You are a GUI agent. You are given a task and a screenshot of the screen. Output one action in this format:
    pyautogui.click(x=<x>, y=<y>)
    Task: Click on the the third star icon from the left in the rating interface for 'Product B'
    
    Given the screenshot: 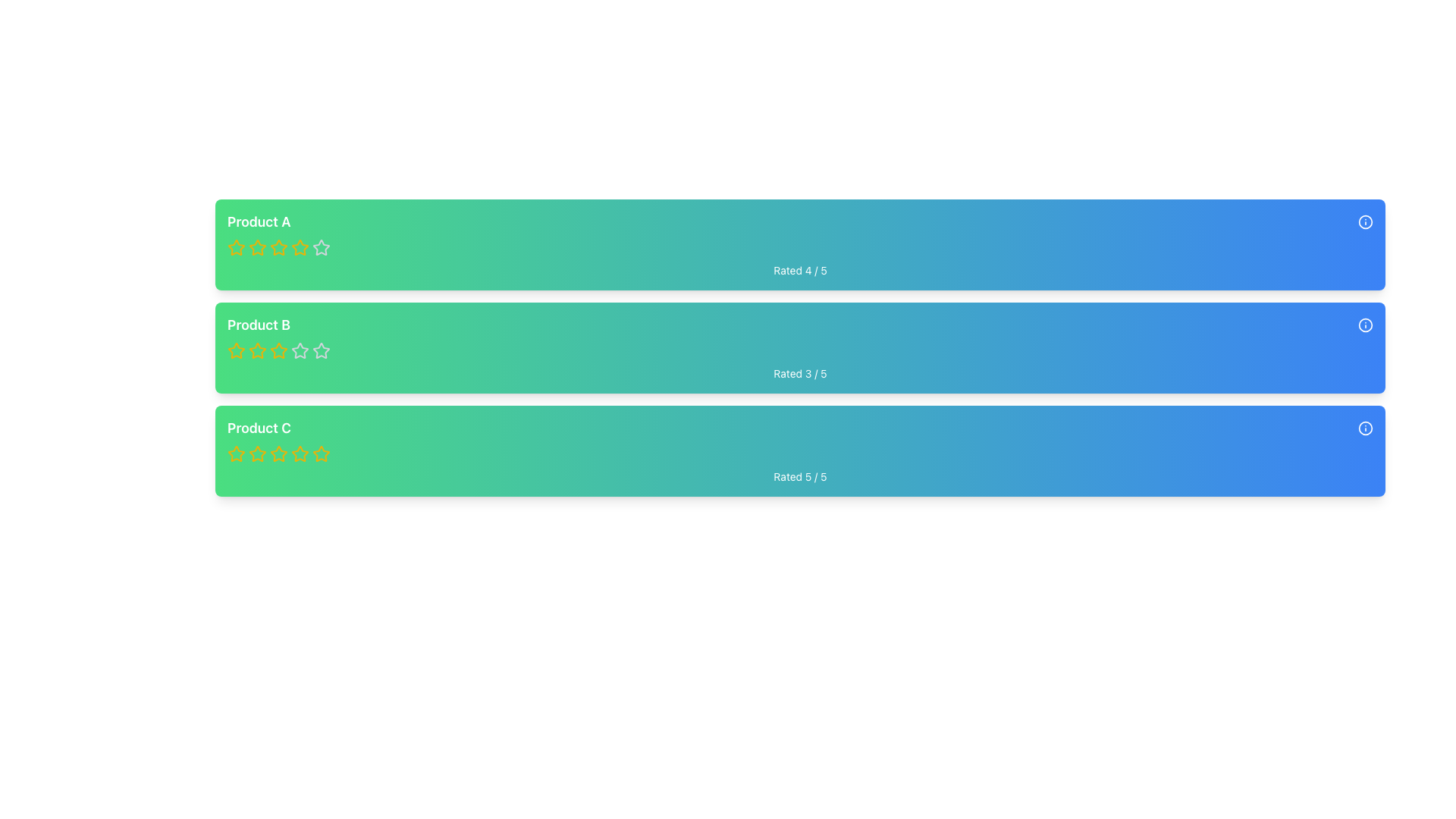 What is the action you would take?
    pyautogui.click(x=300, y=350)
    